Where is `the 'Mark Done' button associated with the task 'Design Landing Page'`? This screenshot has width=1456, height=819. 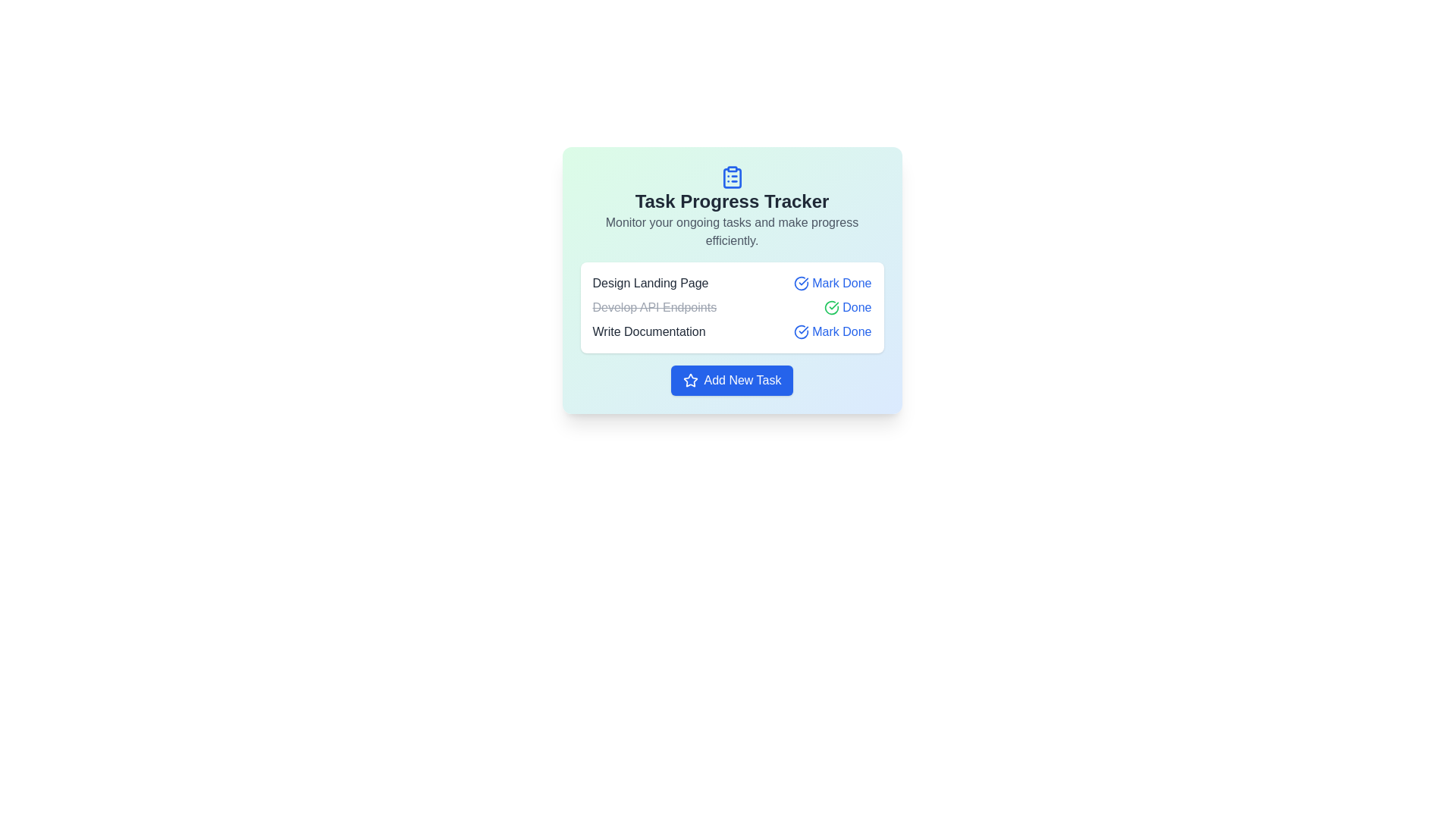 the 'Mark Done' button associated with the task 'Design Landing Page' is located at coordinates (832, 284).